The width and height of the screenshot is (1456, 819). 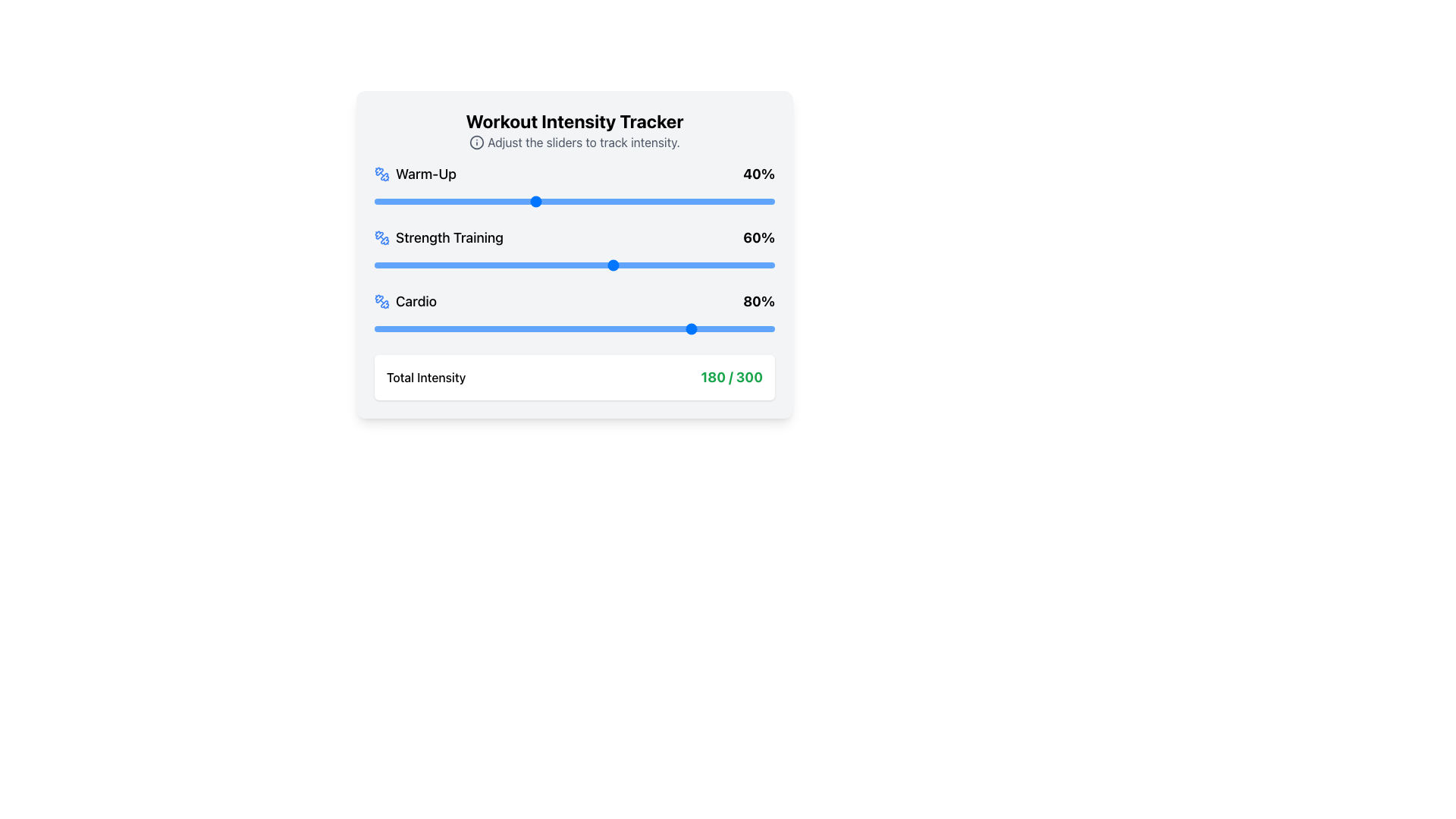 What do you see at coordinates (574, 120) in the screenshot?
I see `the text label that displays 'Workout Intensity Tracker', which is prominently positioned at the top of the card layout` at bounding box center [574, 120].